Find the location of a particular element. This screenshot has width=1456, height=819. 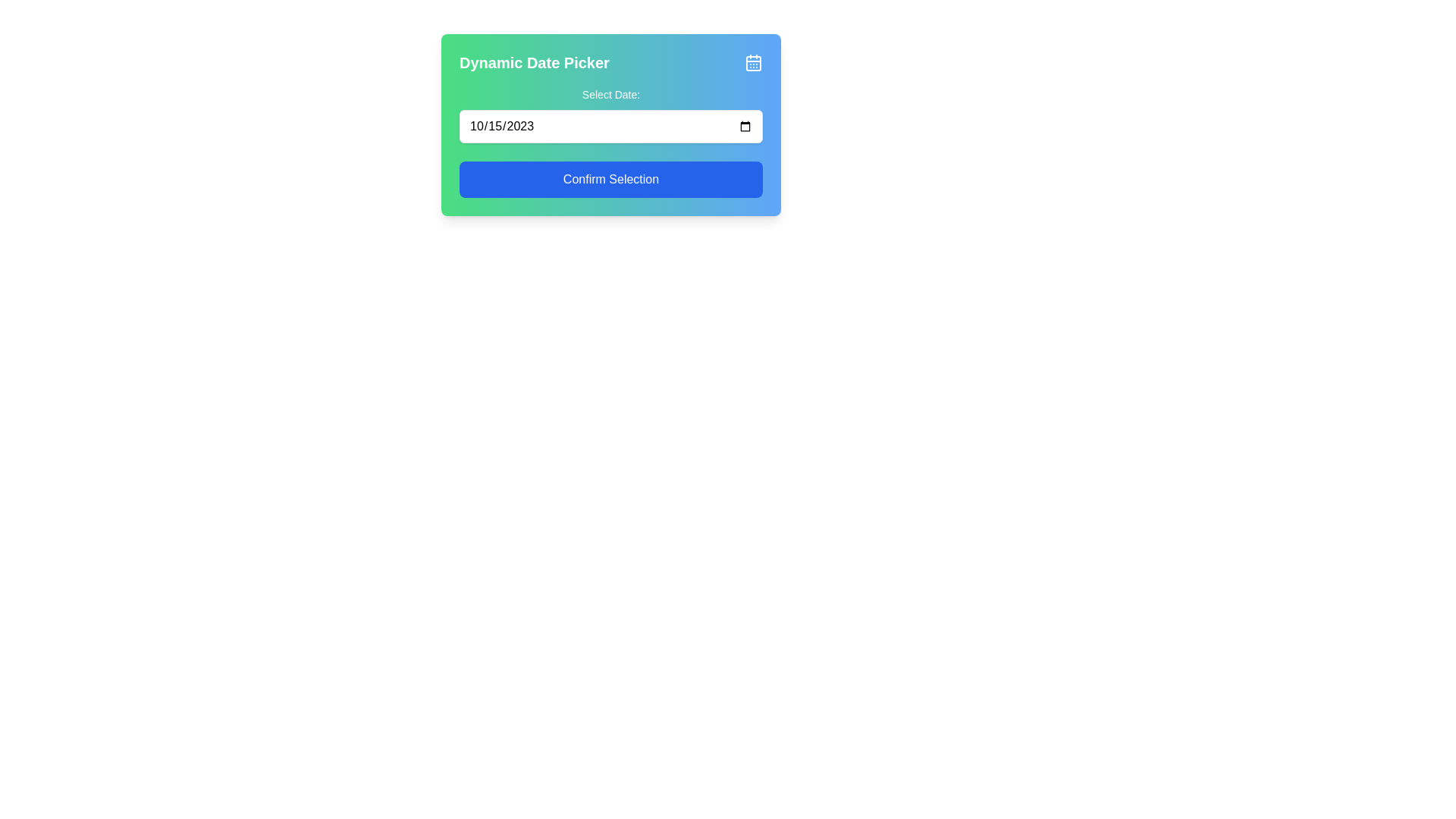

the 'Dynamic Date Picker' text label displayed in a bold and large font against a gradient green-to-blue background is located at coordinates (535, 62).